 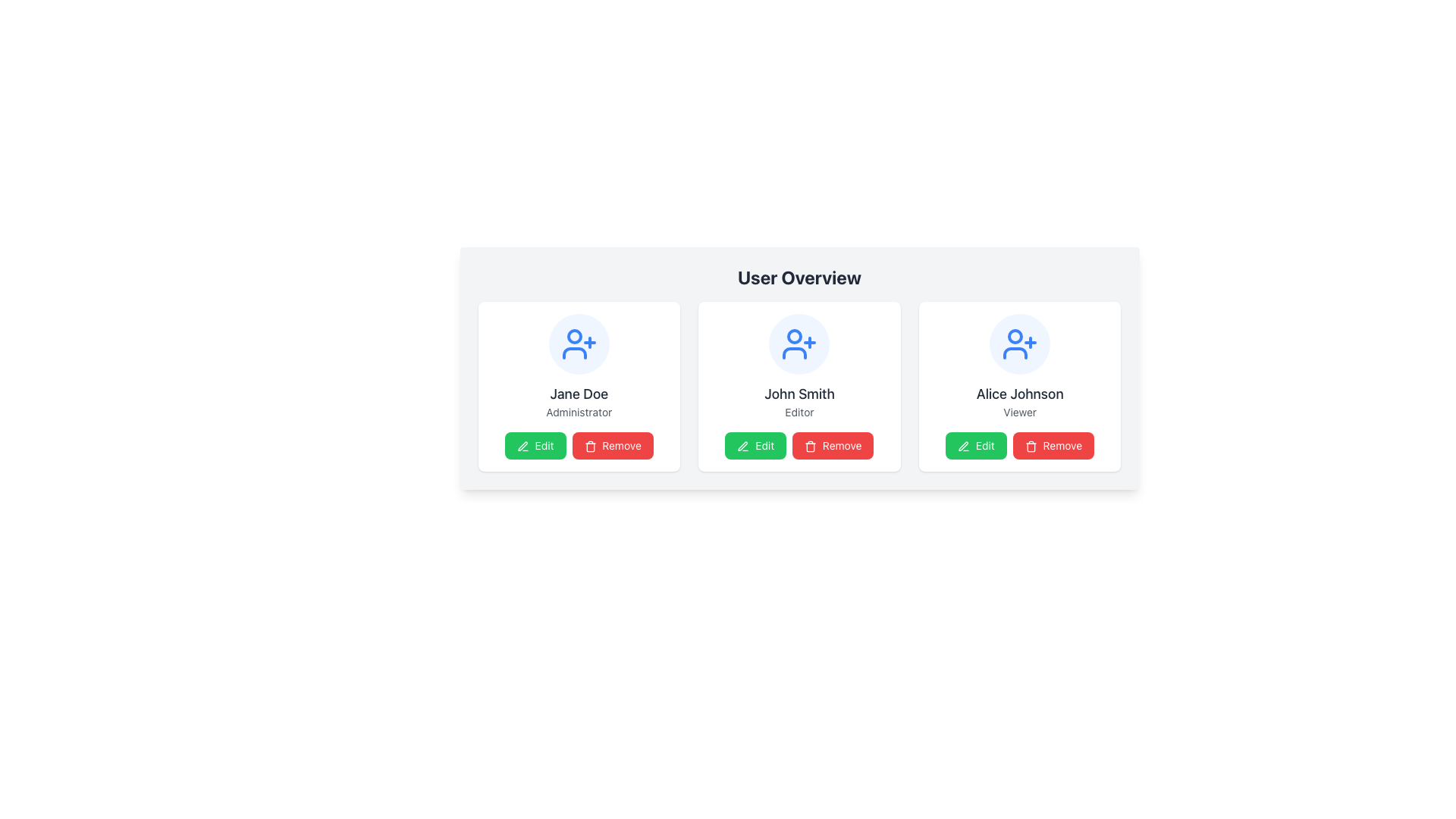 What do you see at coordinates (578, 394) in the screenshot?
I see `the text label displaying 'Jane Doe' in bold font, centrally located within the leftmost card interface` at bounding box center [578, 394].